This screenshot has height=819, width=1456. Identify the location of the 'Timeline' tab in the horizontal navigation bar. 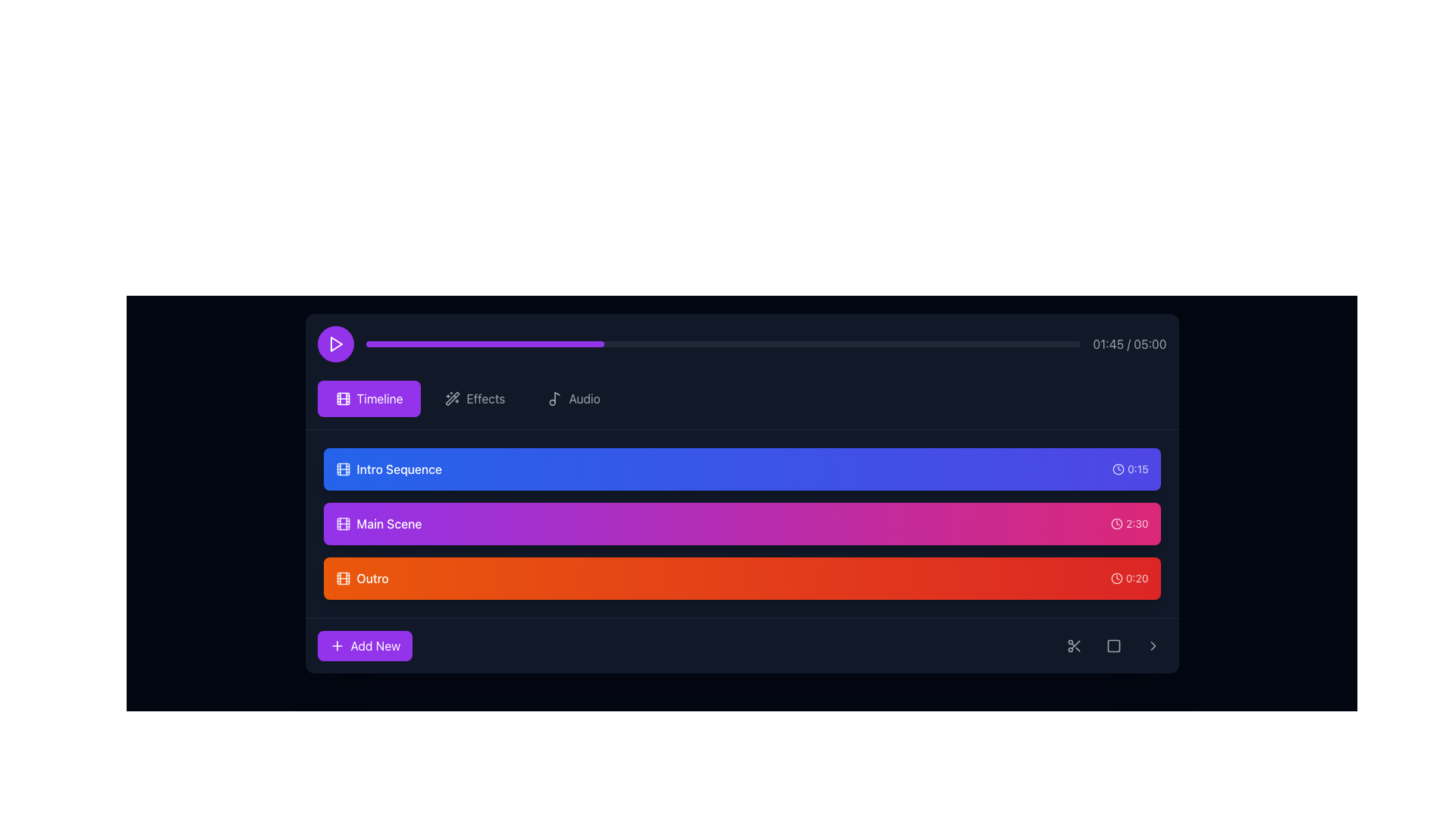
(379, 397).